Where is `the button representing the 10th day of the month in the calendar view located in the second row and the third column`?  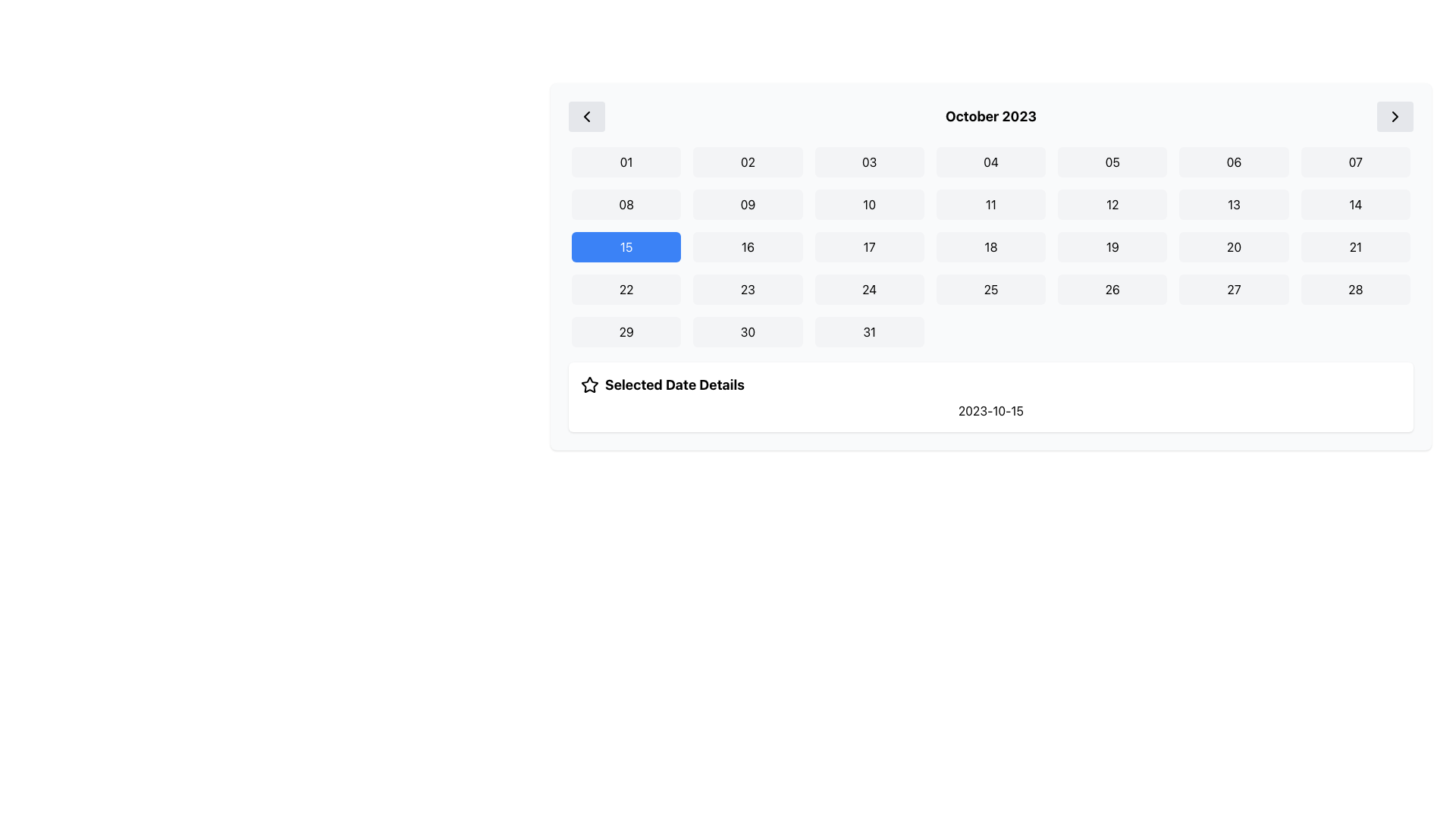
the button representing the 10th day of the month in the calendar view located in the second row and the third column is located at coordinates (869, 205).